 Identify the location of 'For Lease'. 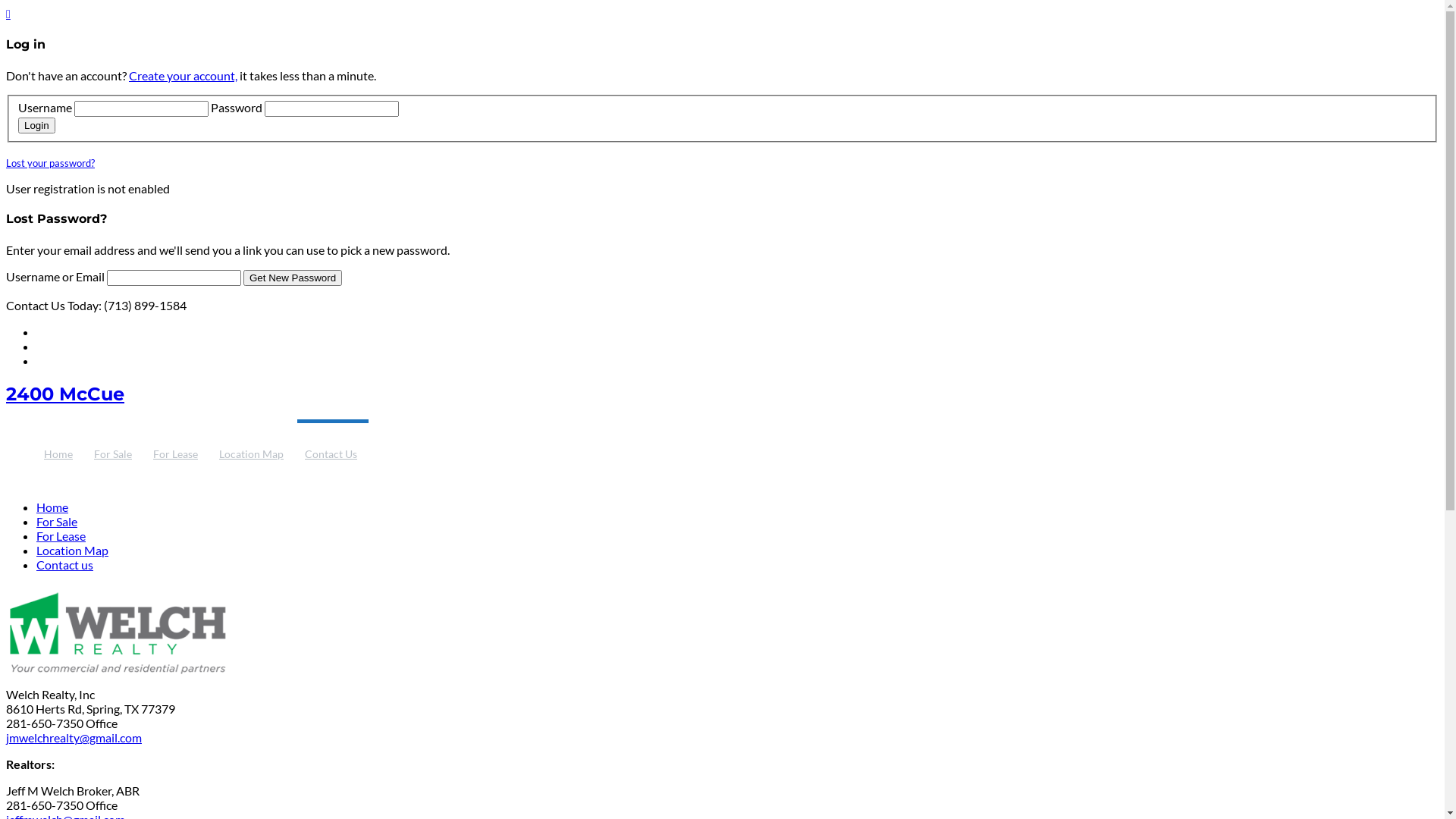
(177, 444).